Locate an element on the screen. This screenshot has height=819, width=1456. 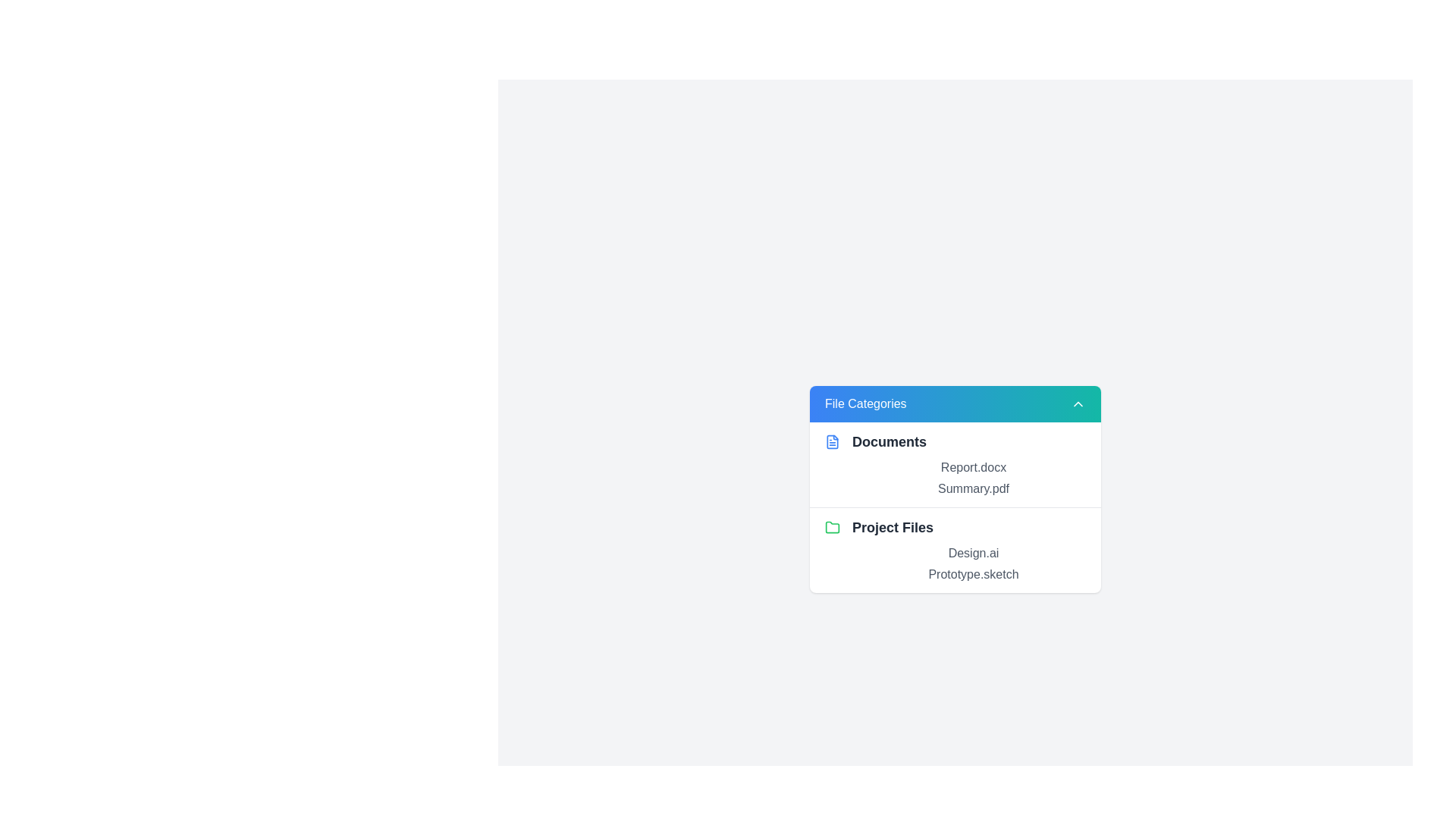
the 'File Categories' section of the Categorization panel is located at coordinates (954, 488).